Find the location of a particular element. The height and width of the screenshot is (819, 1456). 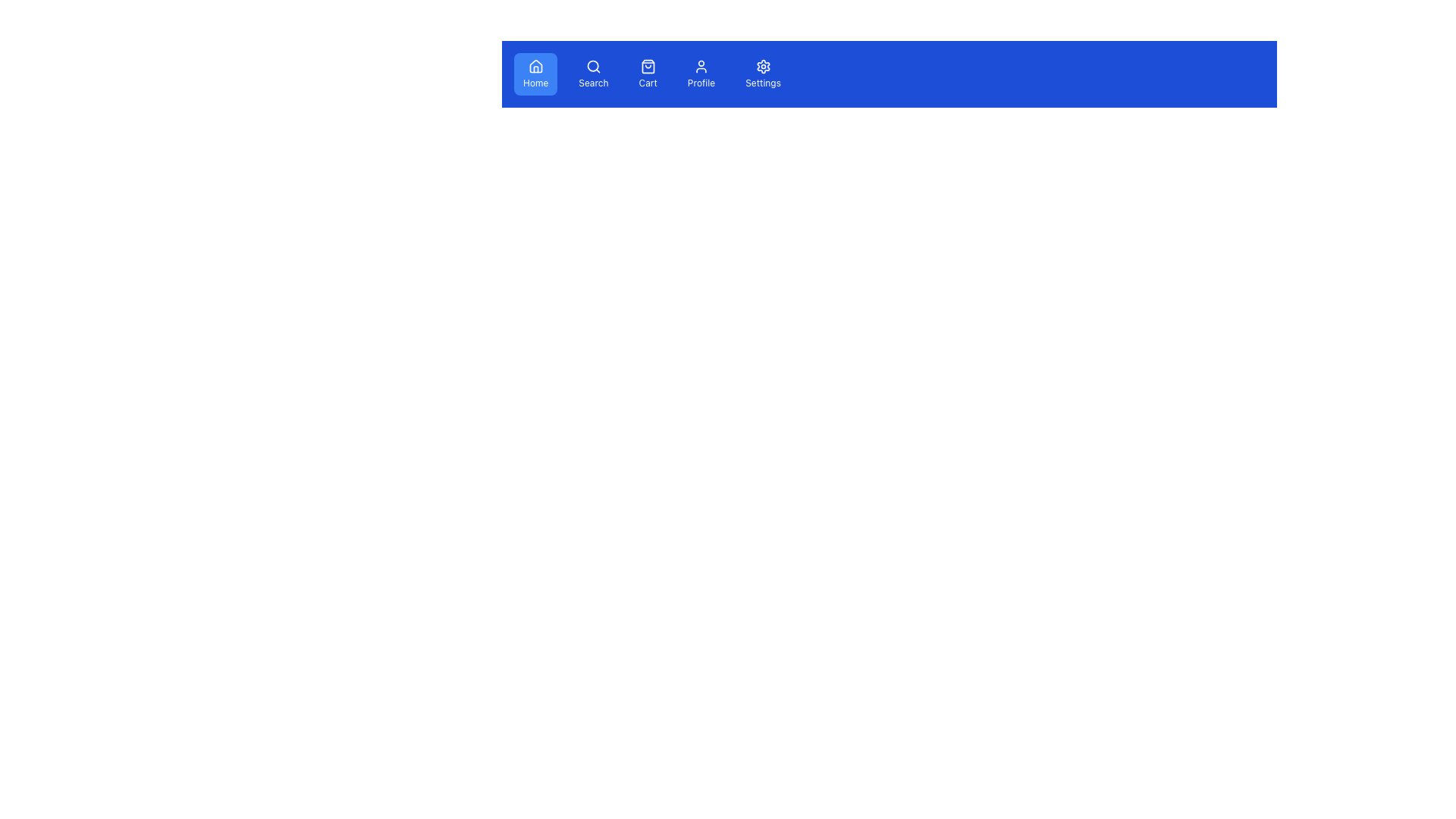

the 'Settings' text label, which is displayed in small white font on a blue background and is located below a gear icon in the horizontal navigation bar as the fifth item from the left is located at coordinates (763, 83).